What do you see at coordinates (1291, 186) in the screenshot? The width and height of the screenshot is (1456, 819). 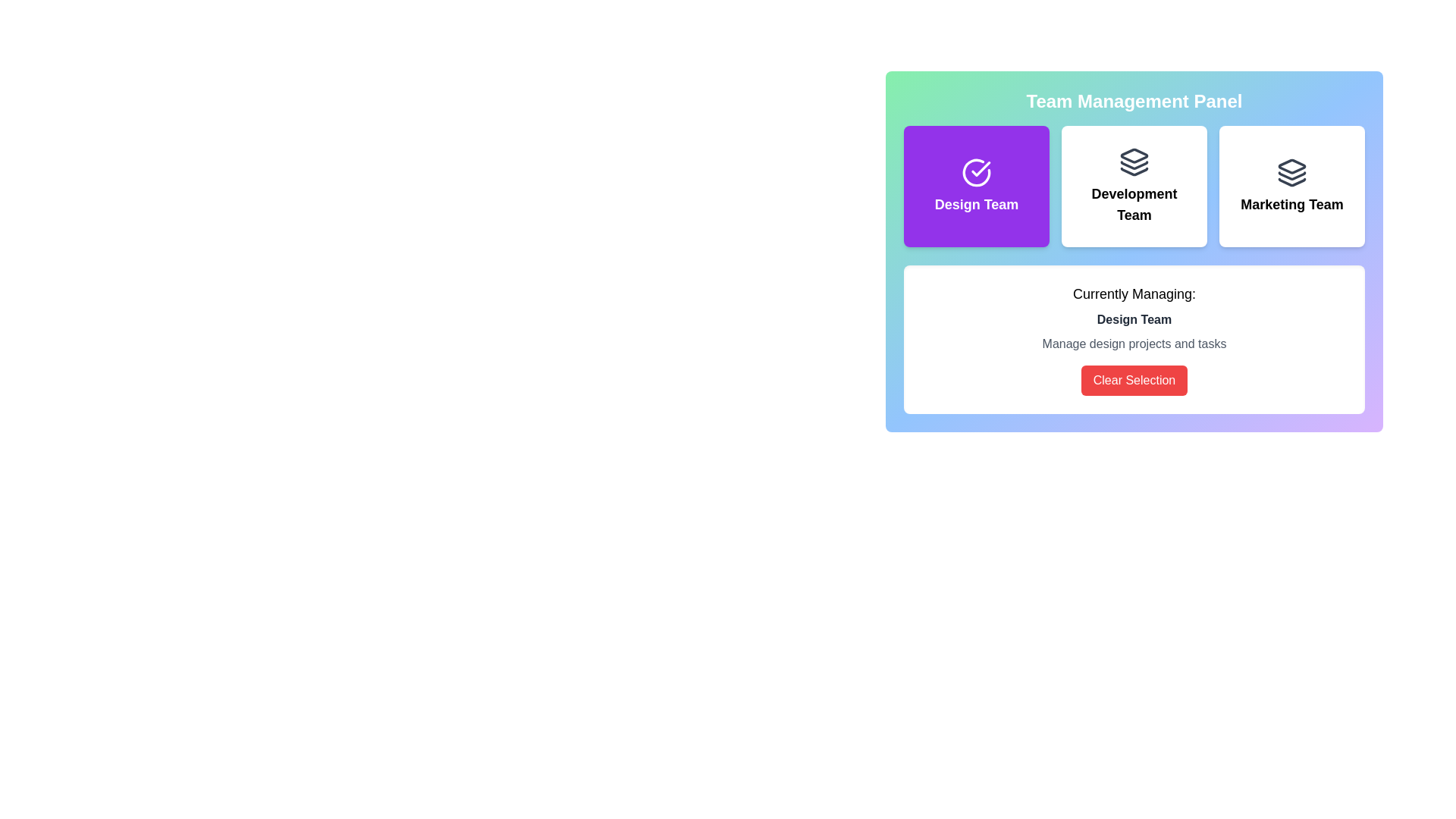 I see `the 'Marketing Team' label, which is styled with a bold font and positioned beneath an icon representing stacked layers in the third team card` at bounding box center [1291, 186].